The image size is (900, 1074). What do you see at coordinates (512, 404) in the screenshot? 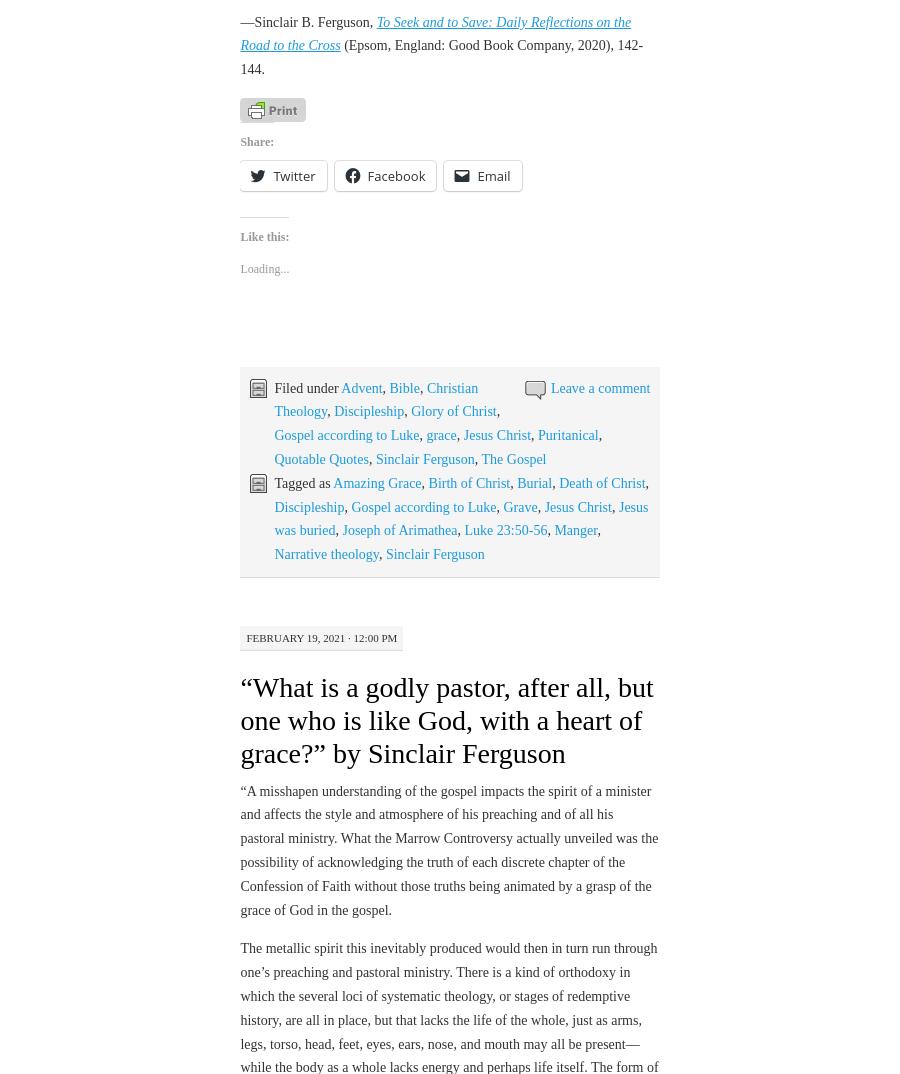
I see `'The Gospel'` at bounding box center [512, 404].